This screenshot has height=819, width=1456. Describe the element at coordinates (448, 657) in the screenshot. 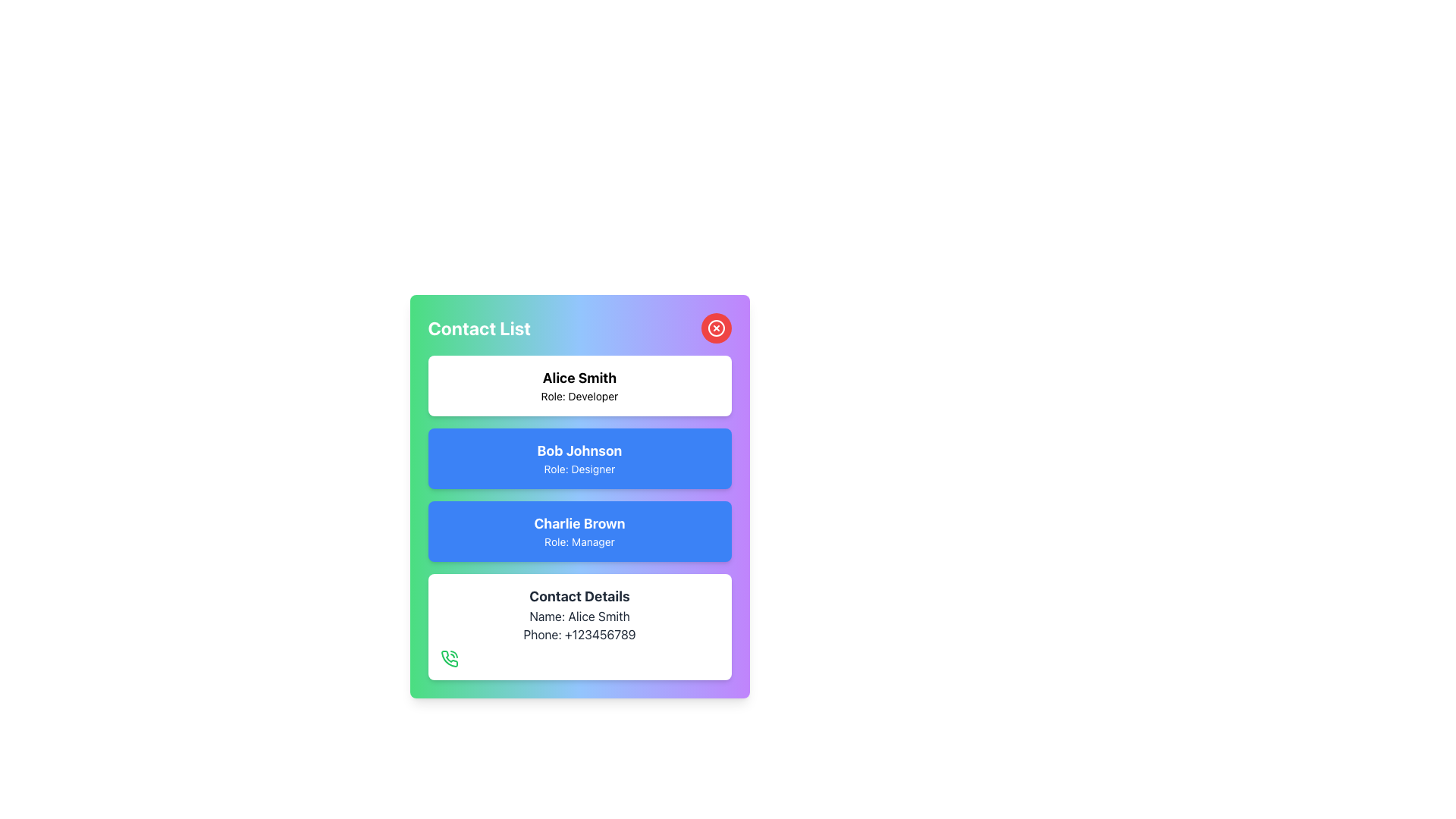

I see `the 'Call' icon located in the 'Contact Details' section of the card, positioned to the left under the text 'Phone: +123456789'` at that location.